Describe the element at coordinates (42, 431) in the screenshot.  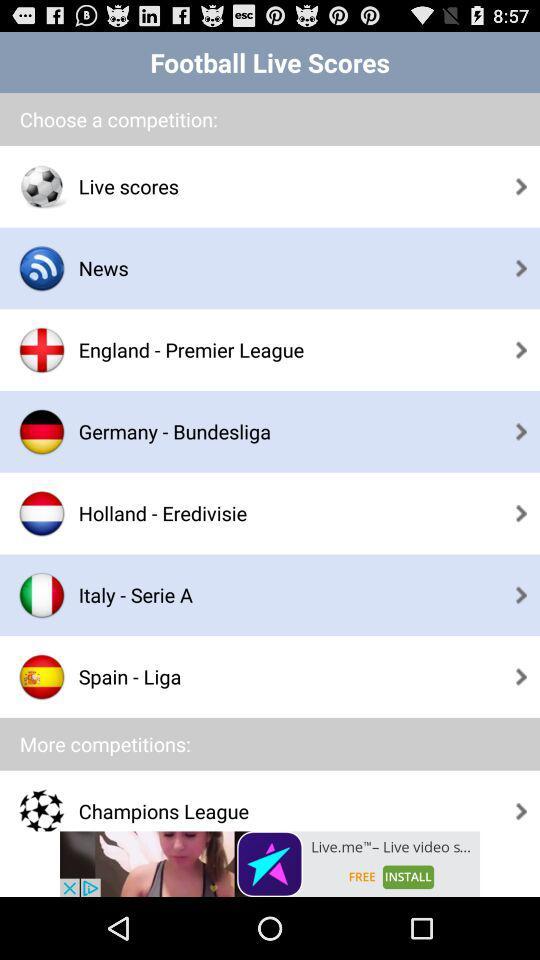
I see `move to the fourth icon from the top` at that location.